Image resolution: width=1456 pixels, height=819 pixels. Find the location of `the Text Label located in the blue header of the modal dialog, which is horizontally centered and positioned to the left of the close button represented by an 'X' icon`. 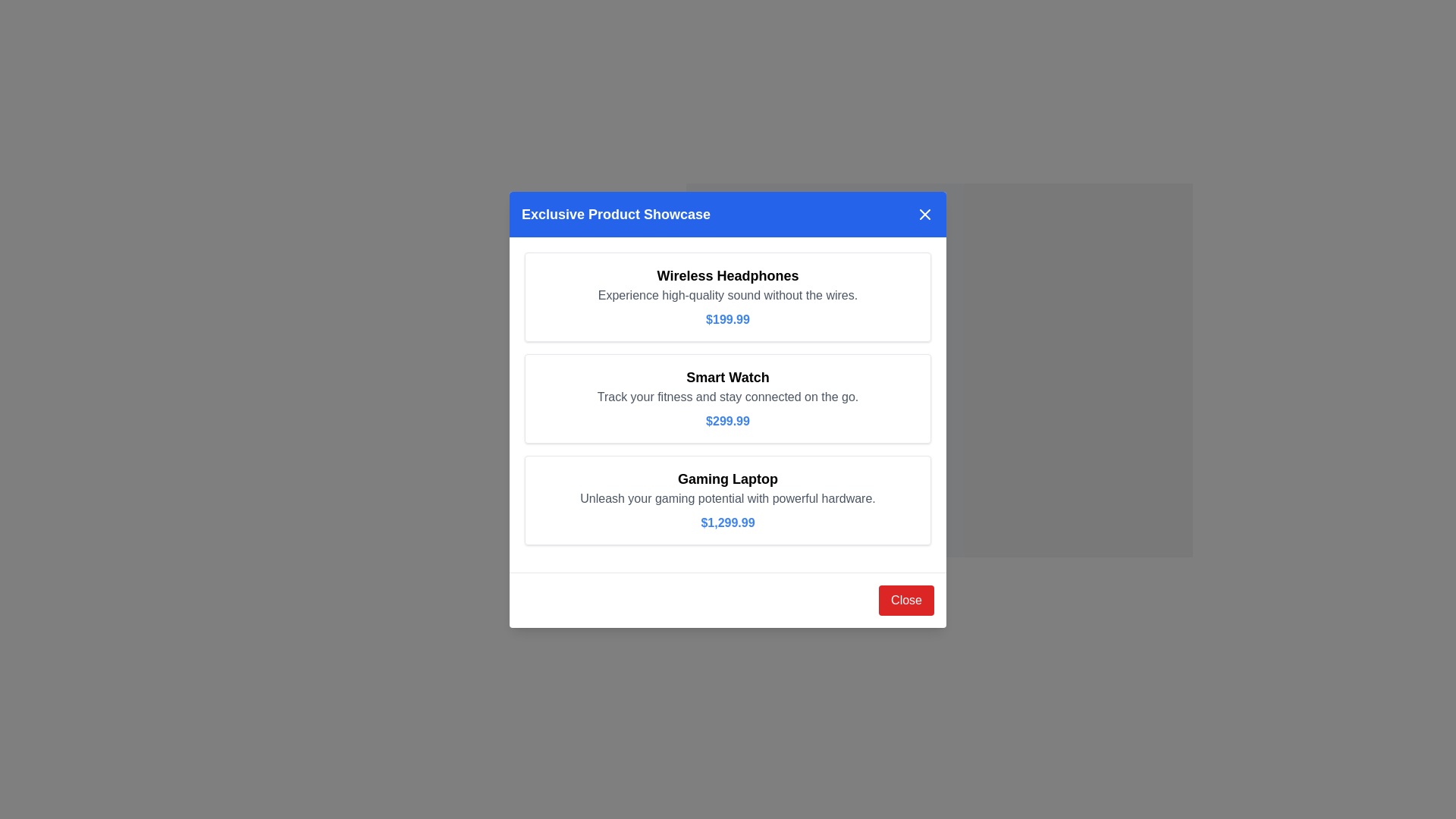

the Text Label located in the blue header of the modal dialog, which is horizontally centered and positioned to the left of the close button represented by an 'X' icon is located at coordinates (616, 214).